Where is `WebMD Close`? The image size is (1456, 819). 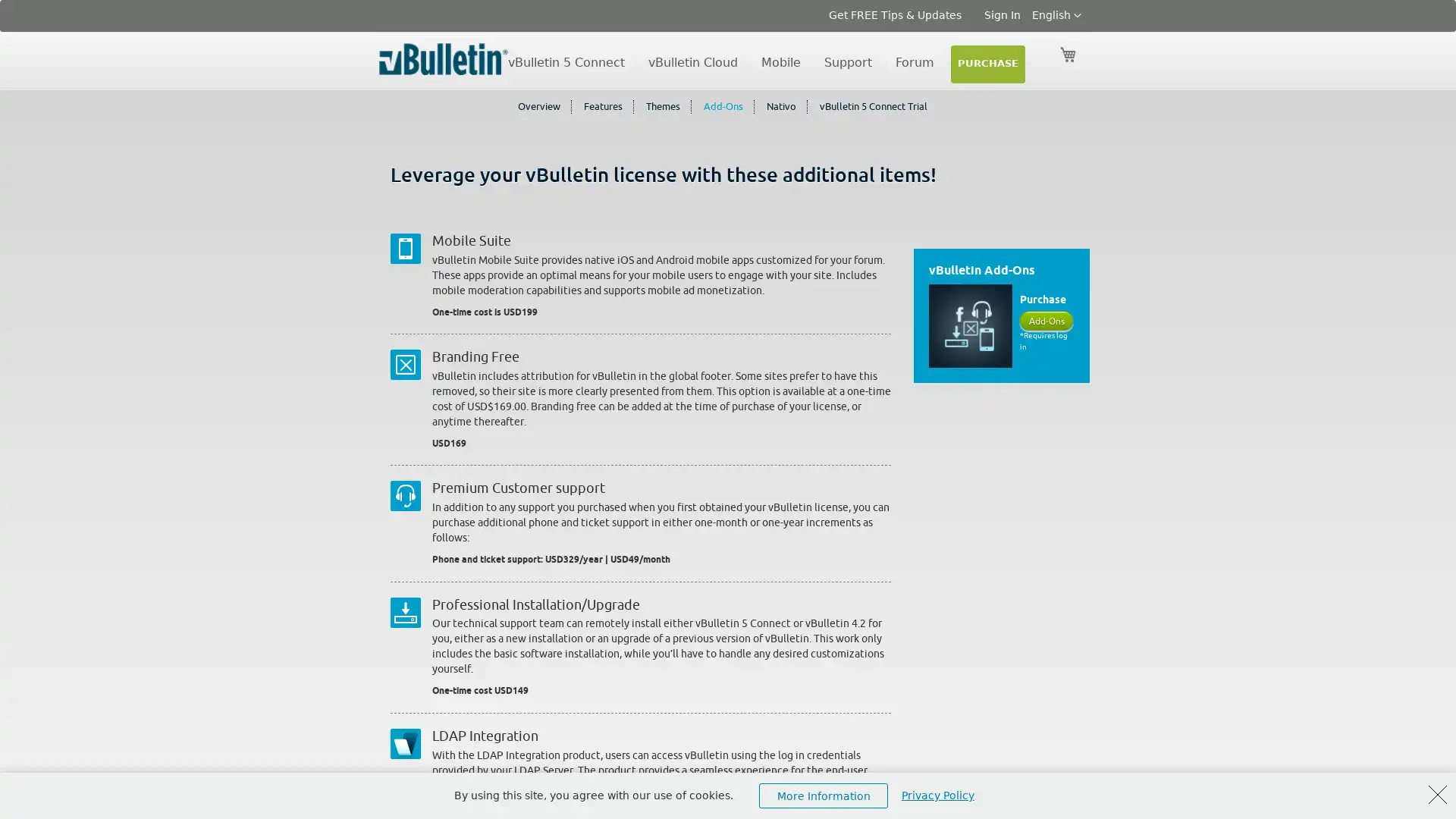 WebMD Close is located at coordinates (1437, 794).